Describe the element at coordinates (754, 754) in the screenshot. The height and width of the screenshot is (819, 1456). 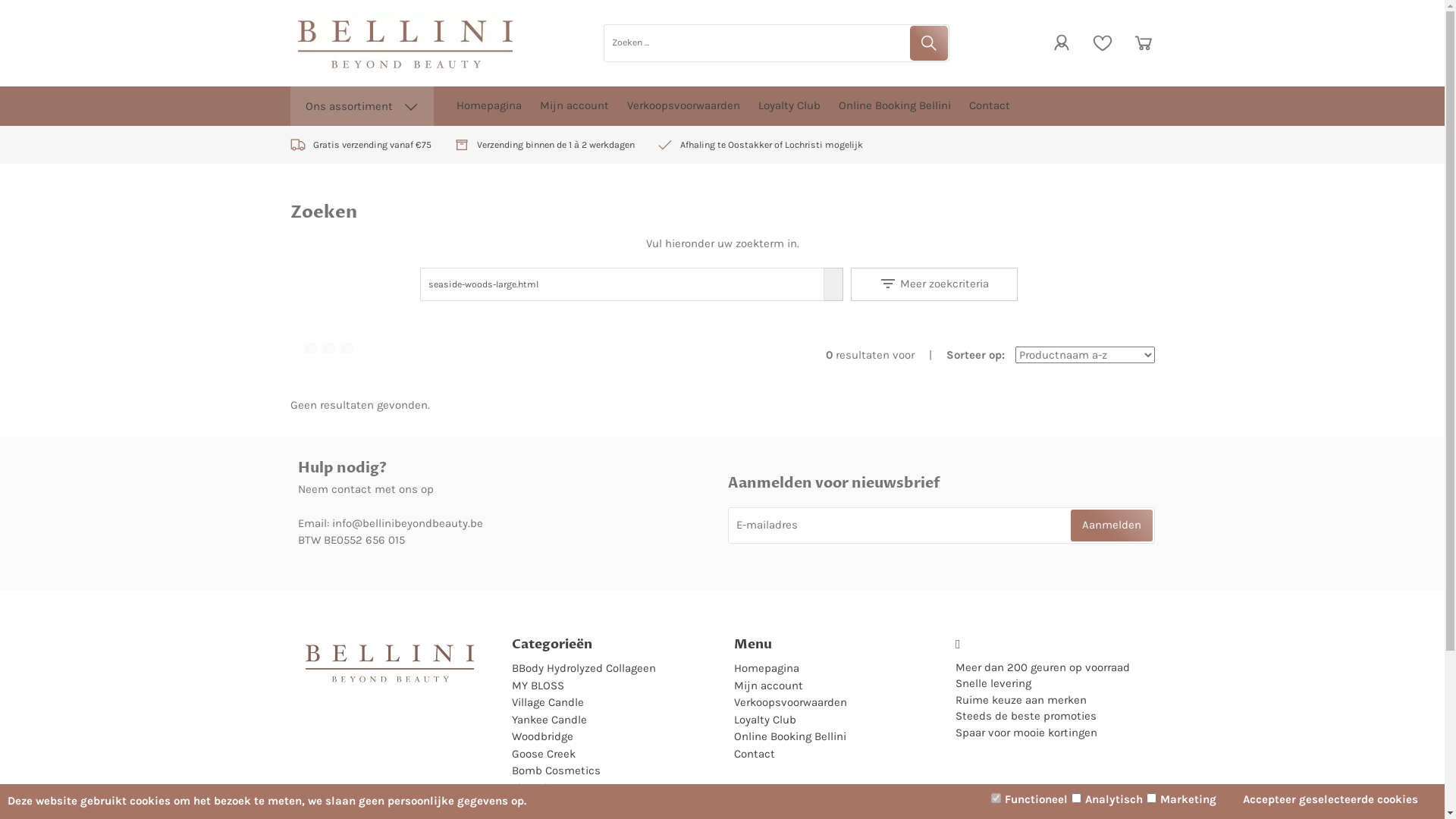
I see `'Contact'` at that location.